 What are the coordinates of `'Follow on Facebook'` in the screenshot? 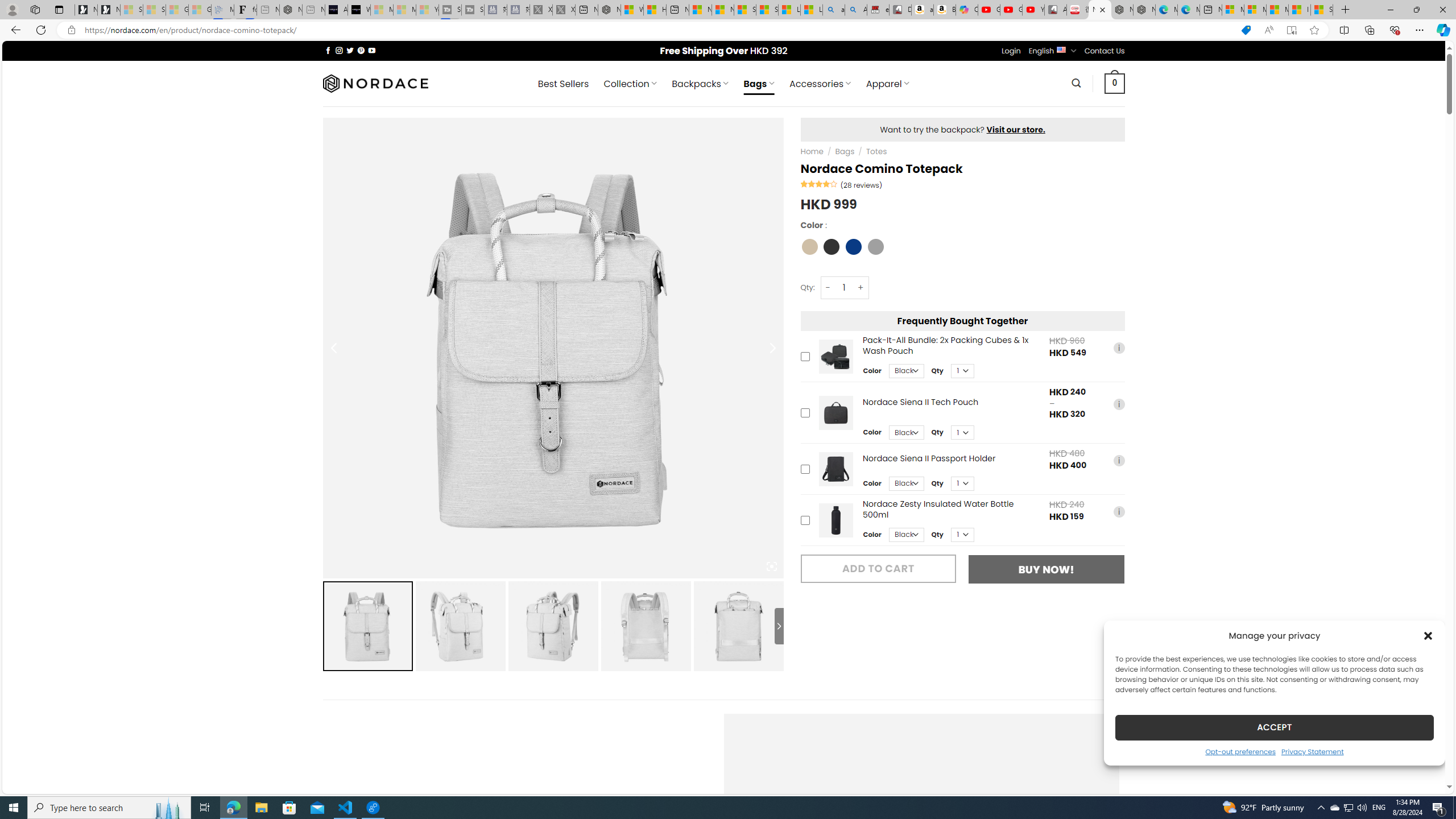 It's located at (328, 50).